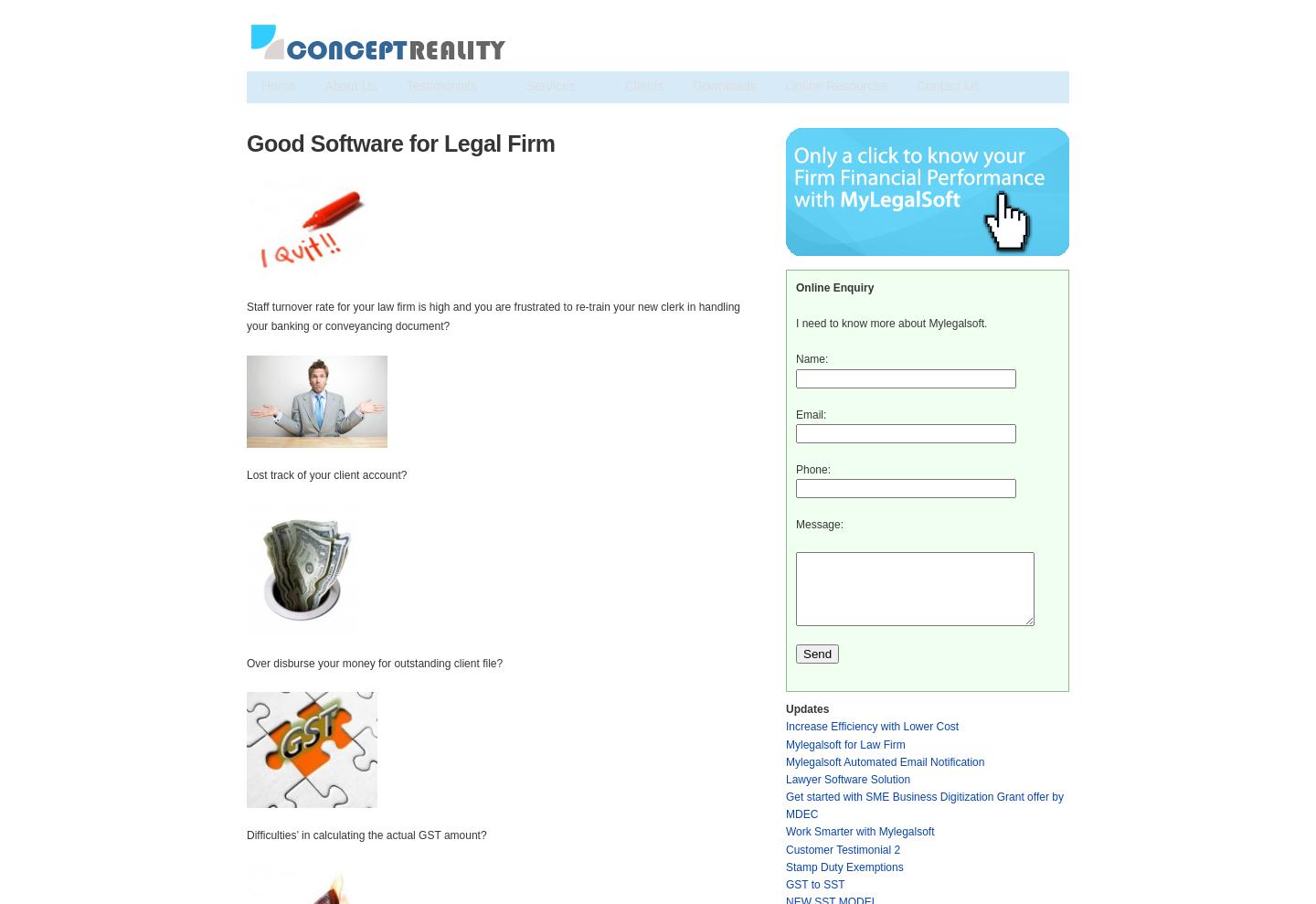 This screenshot has height=904, width=1316. Describe the element at coordinates (806, 707) in the screenshot. I see `'Updates'` at that location.